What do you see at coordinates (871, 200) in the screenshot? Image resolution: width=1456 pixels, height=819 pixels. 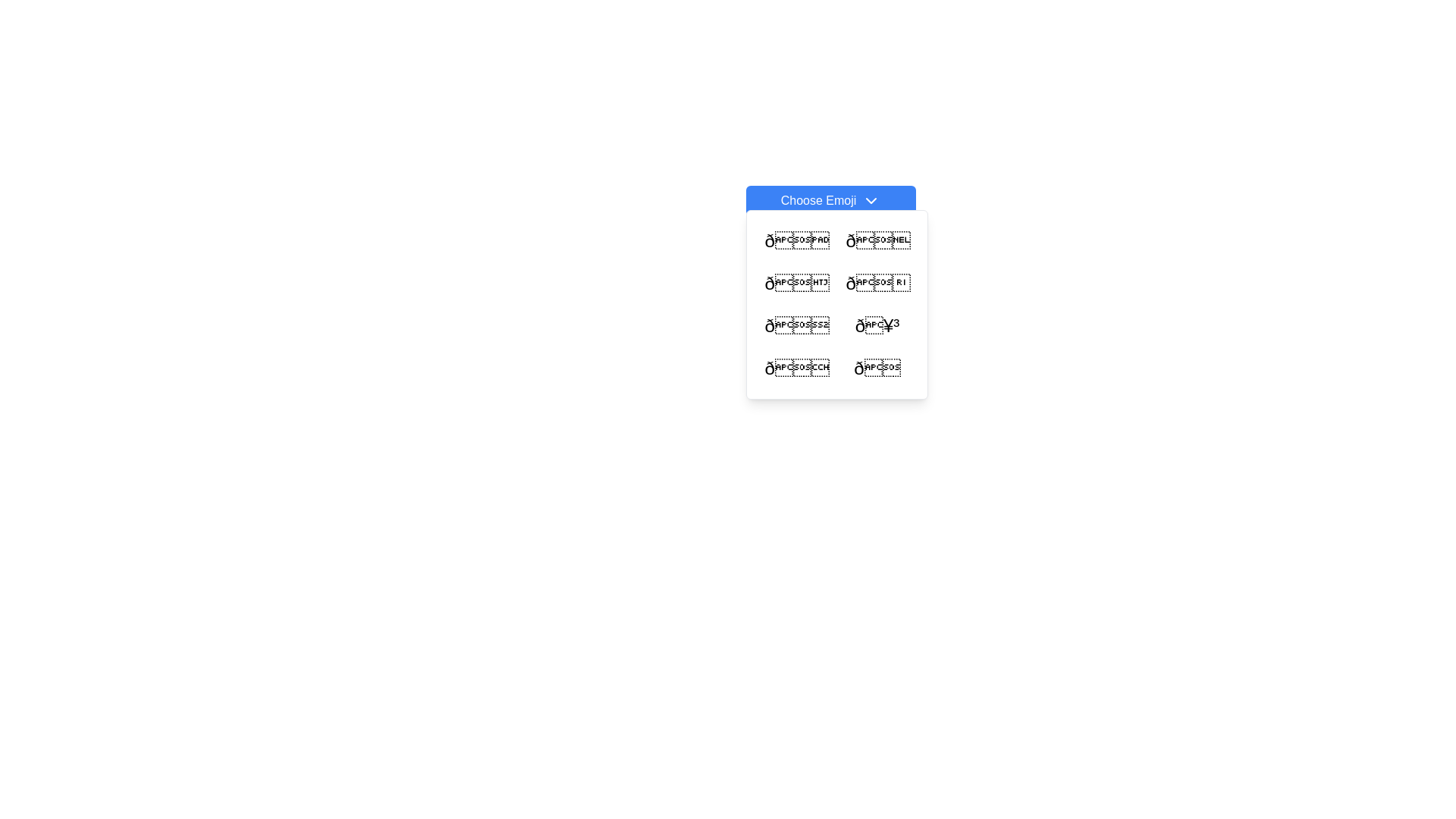 I see `the downward-facing chevron icon in white color located to the right of the text 'Choose Emoji'` at bounding box center [871, 200].